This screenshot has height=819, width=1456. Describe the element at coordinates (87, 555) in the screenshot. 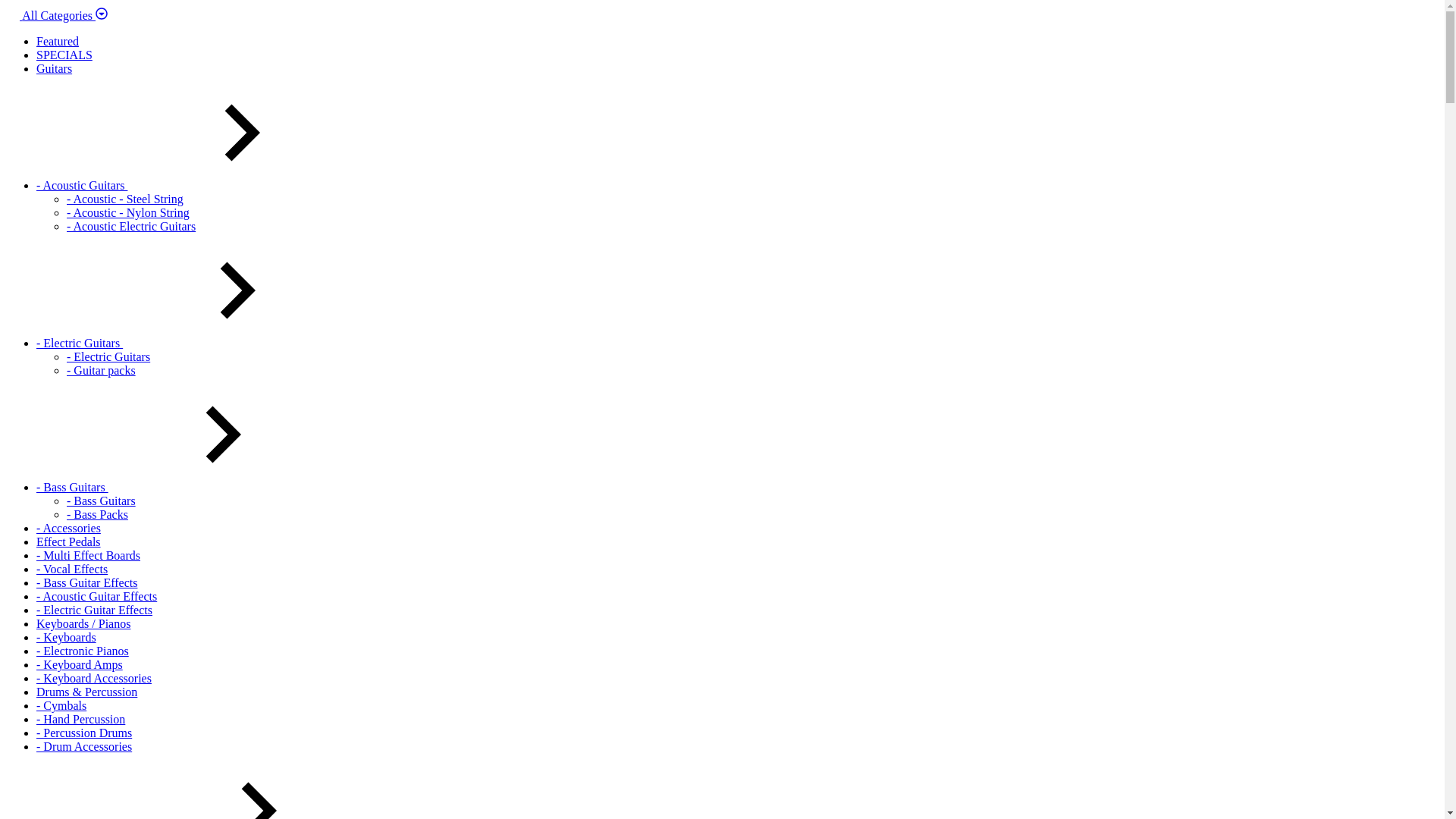

I see `'- Multi Effect Boards'` at that location.